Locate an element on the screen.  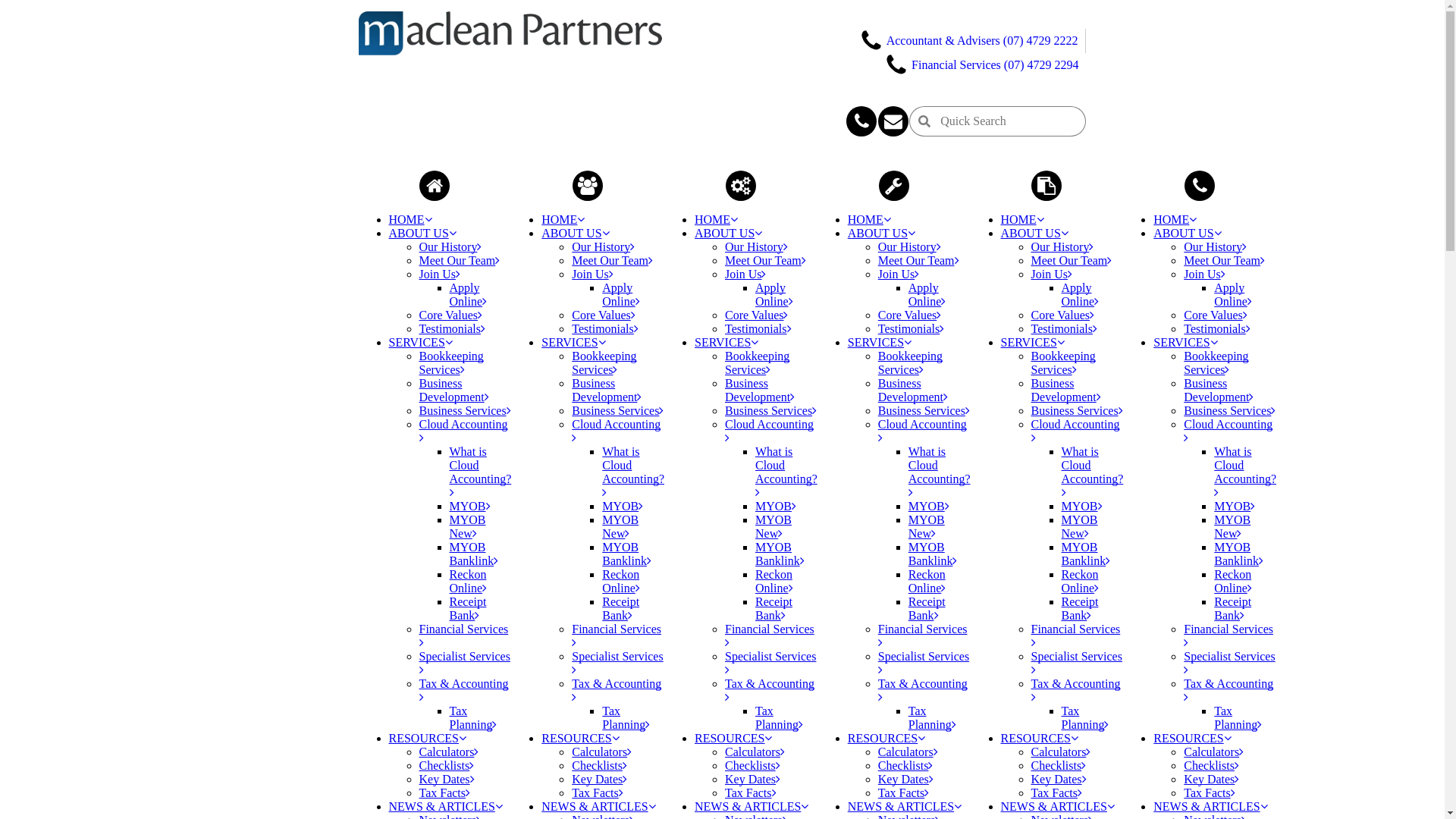
'Reckon Online' is located at coordinates (1233, 580).